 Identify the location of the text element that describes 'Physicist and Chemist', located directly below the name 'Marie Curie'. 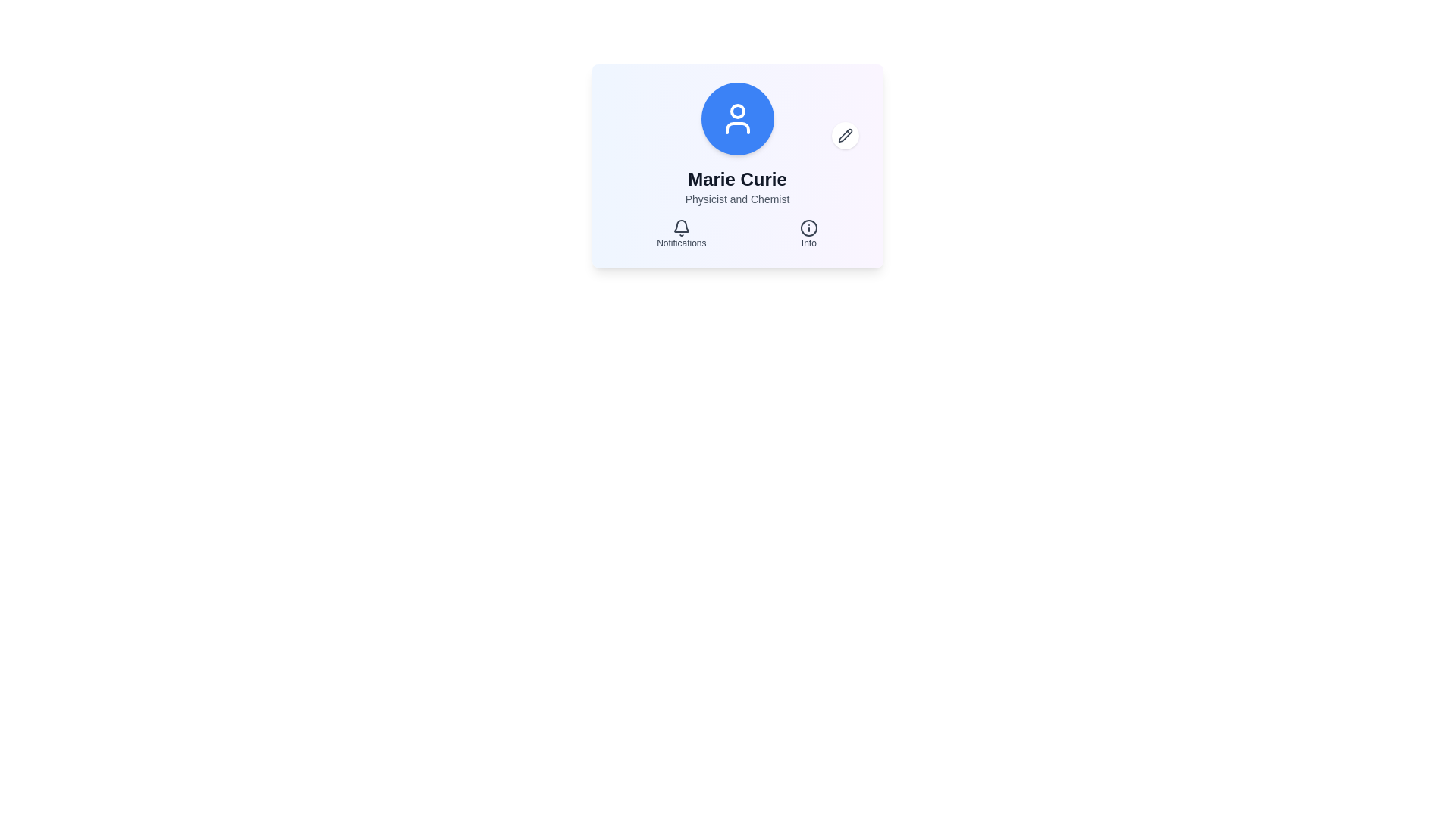
(737, 198).